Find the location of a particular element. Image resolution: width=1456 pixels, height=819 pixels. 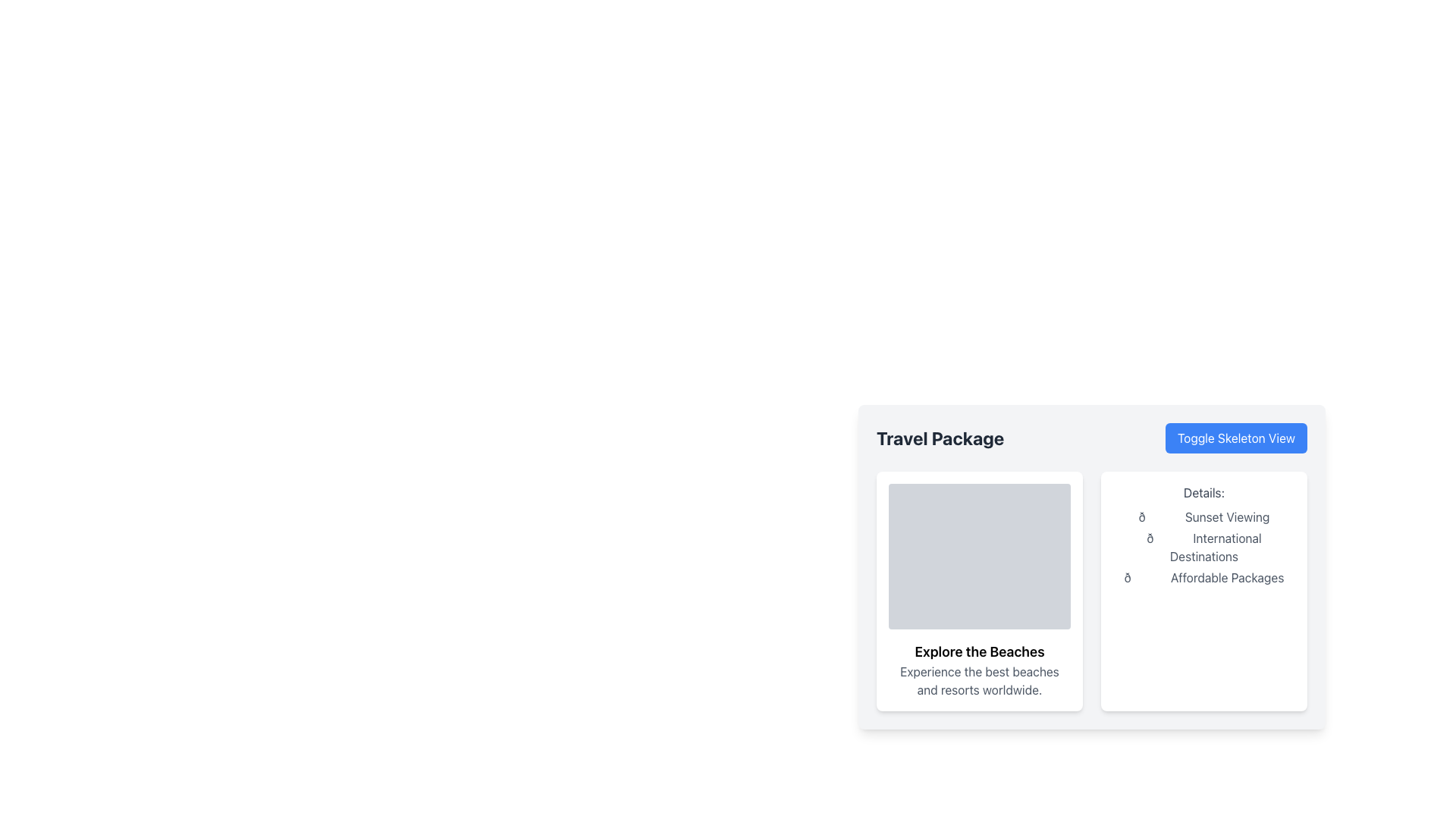

the 'Toggle Skeleton View' button, which is part of the 'Travel Package' composite element is located at coordinates (1092, 438).